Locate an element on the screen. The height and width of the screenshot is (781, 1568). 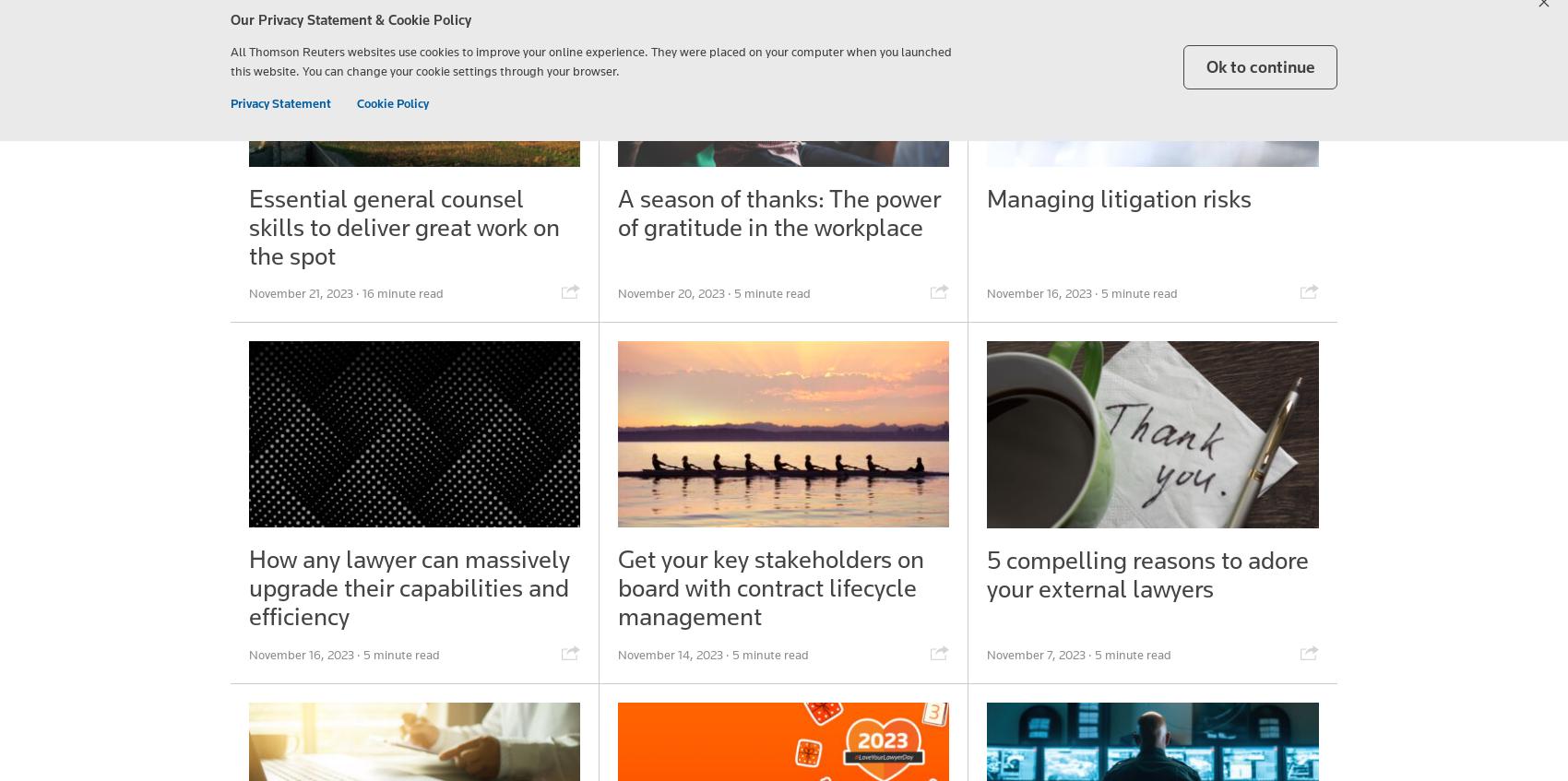
'A season of thanks: The power of gratitude in the workplace' is located at coordinates (778, 211).